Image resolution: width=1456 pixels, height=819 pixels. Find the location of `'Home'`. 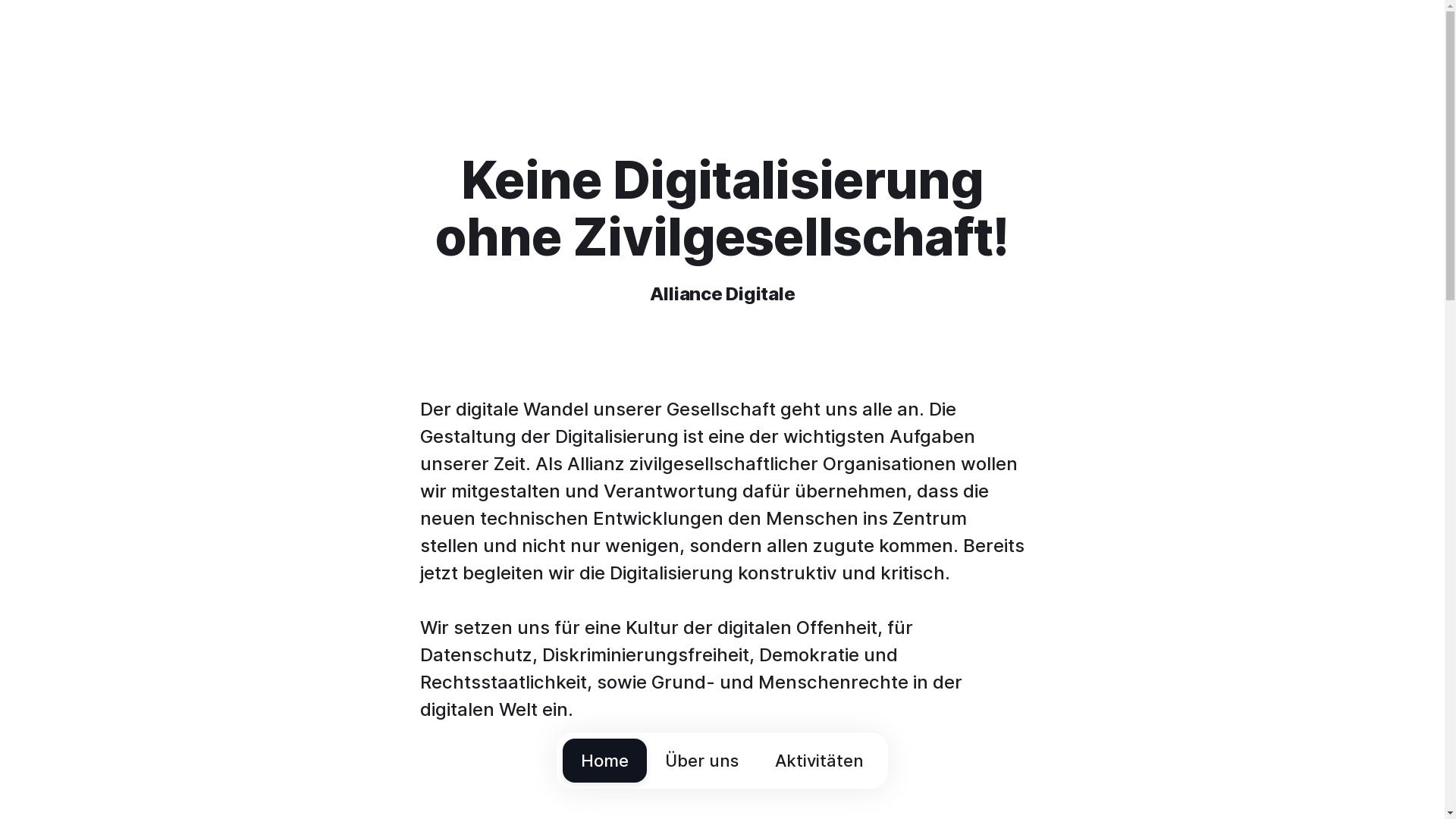

'Home' is located at coordinates (562, 760).